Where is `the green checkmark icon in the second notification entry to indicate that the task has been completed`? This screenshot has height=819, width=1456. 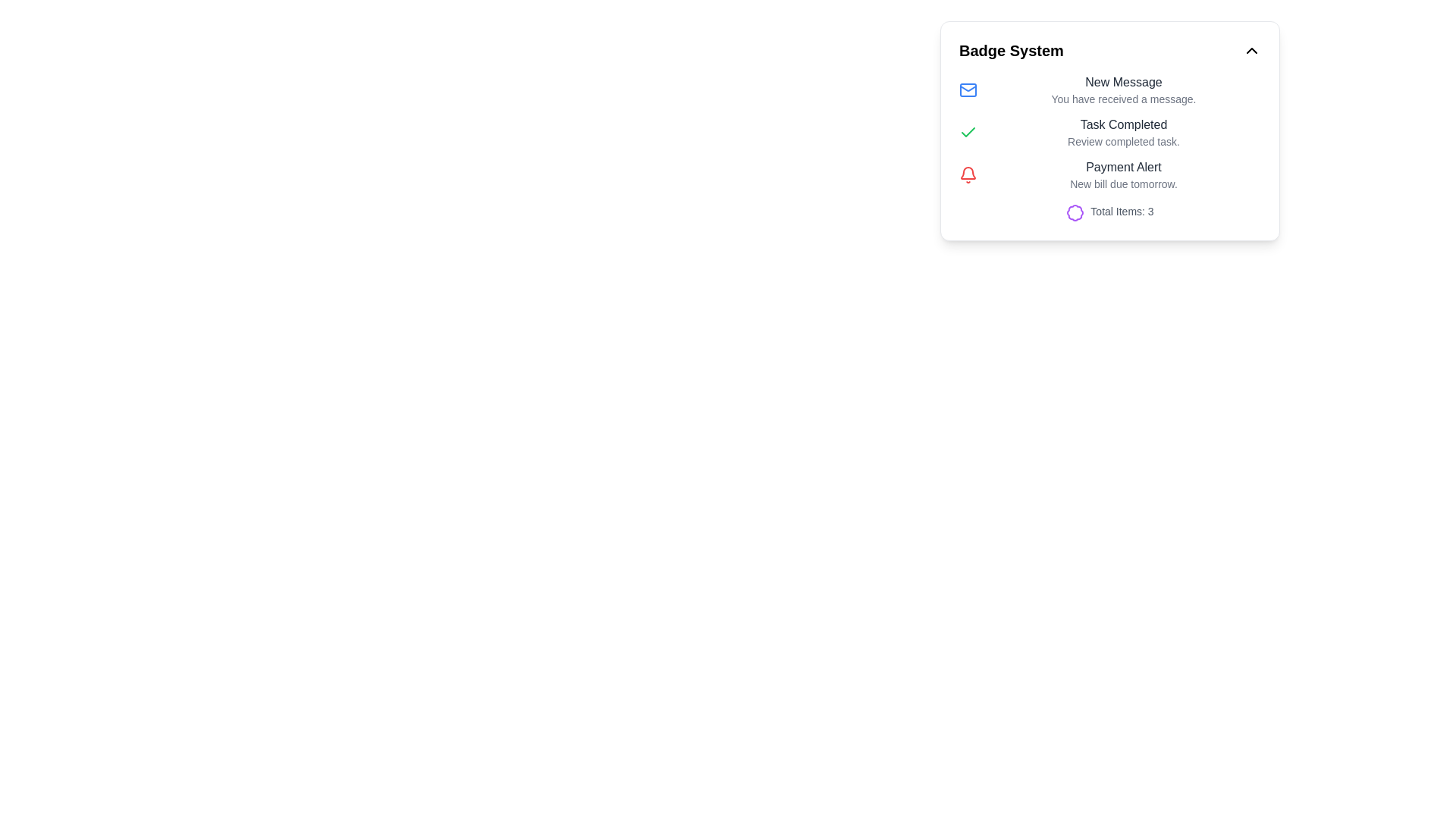
the green checkmark icon in the second notification entry to indicate that the task has been completed is located at coordinates (967, 131).